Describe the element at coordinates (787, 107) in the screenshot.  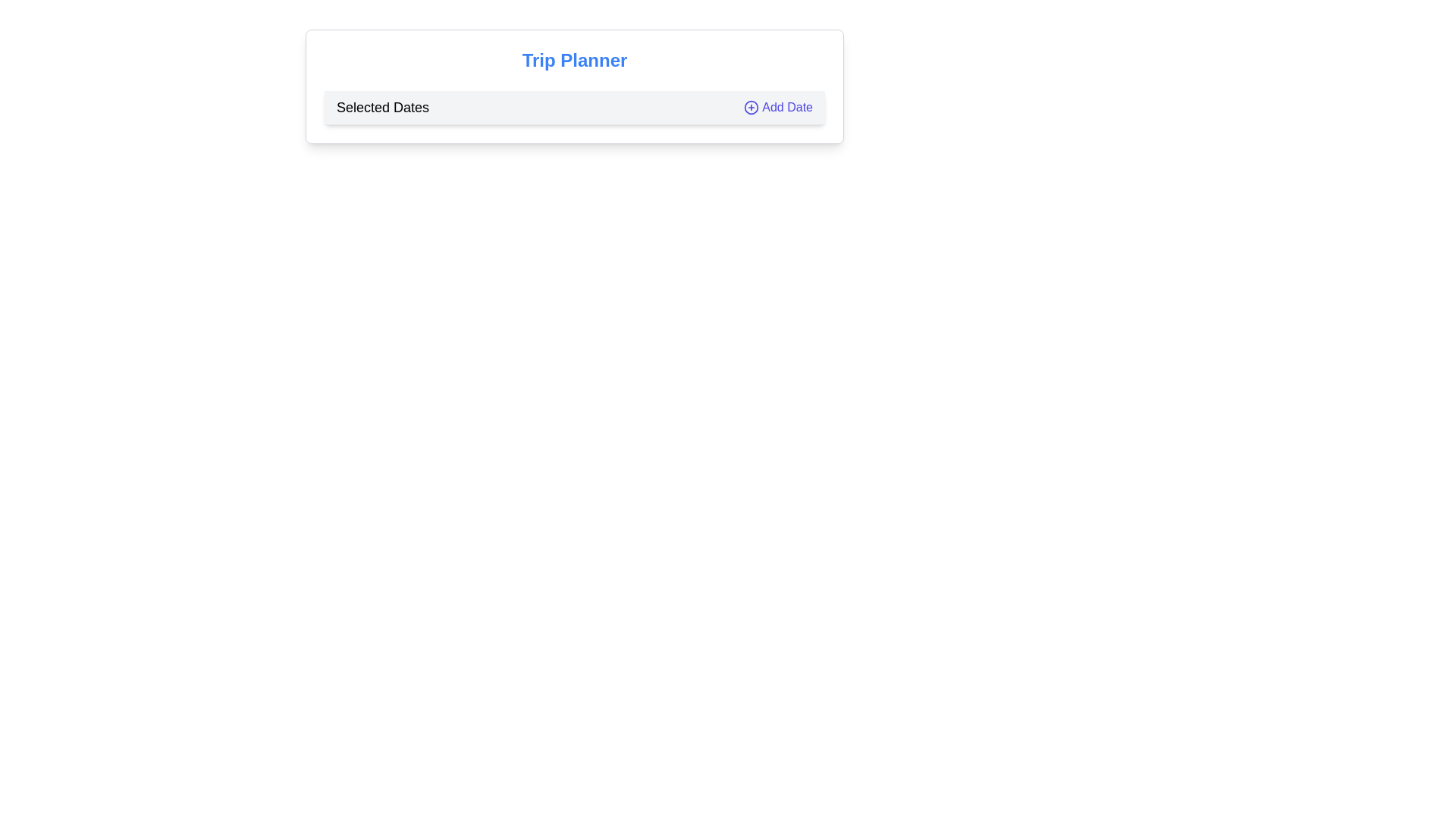
I see `the 'Add Date' text label, which is styled in indigo` at that location.